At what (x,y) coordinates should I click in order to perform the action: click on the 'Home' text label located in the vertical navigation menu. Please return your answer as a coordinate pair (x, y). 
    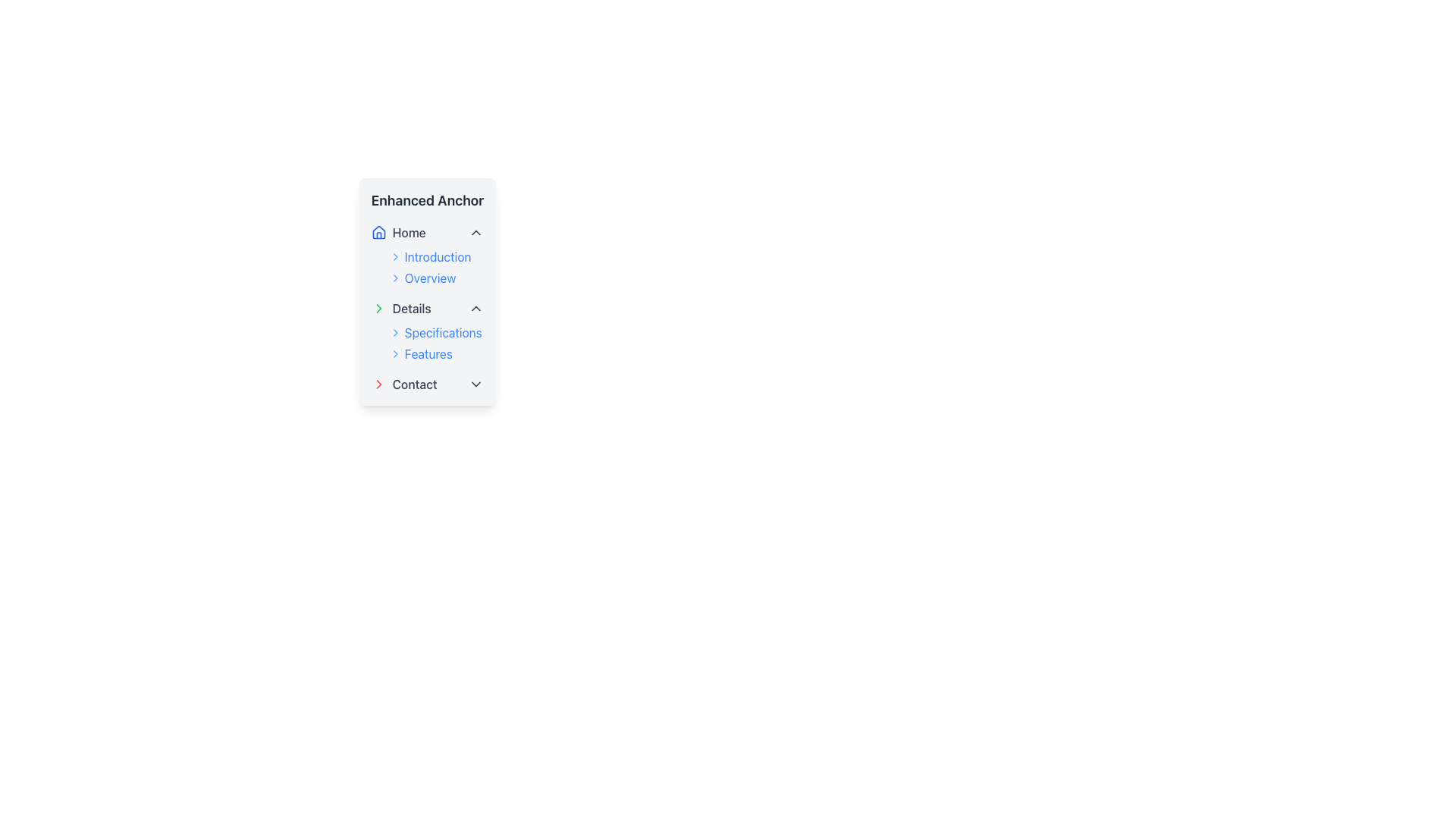
    Looking at the image, I should click on (409, 233).